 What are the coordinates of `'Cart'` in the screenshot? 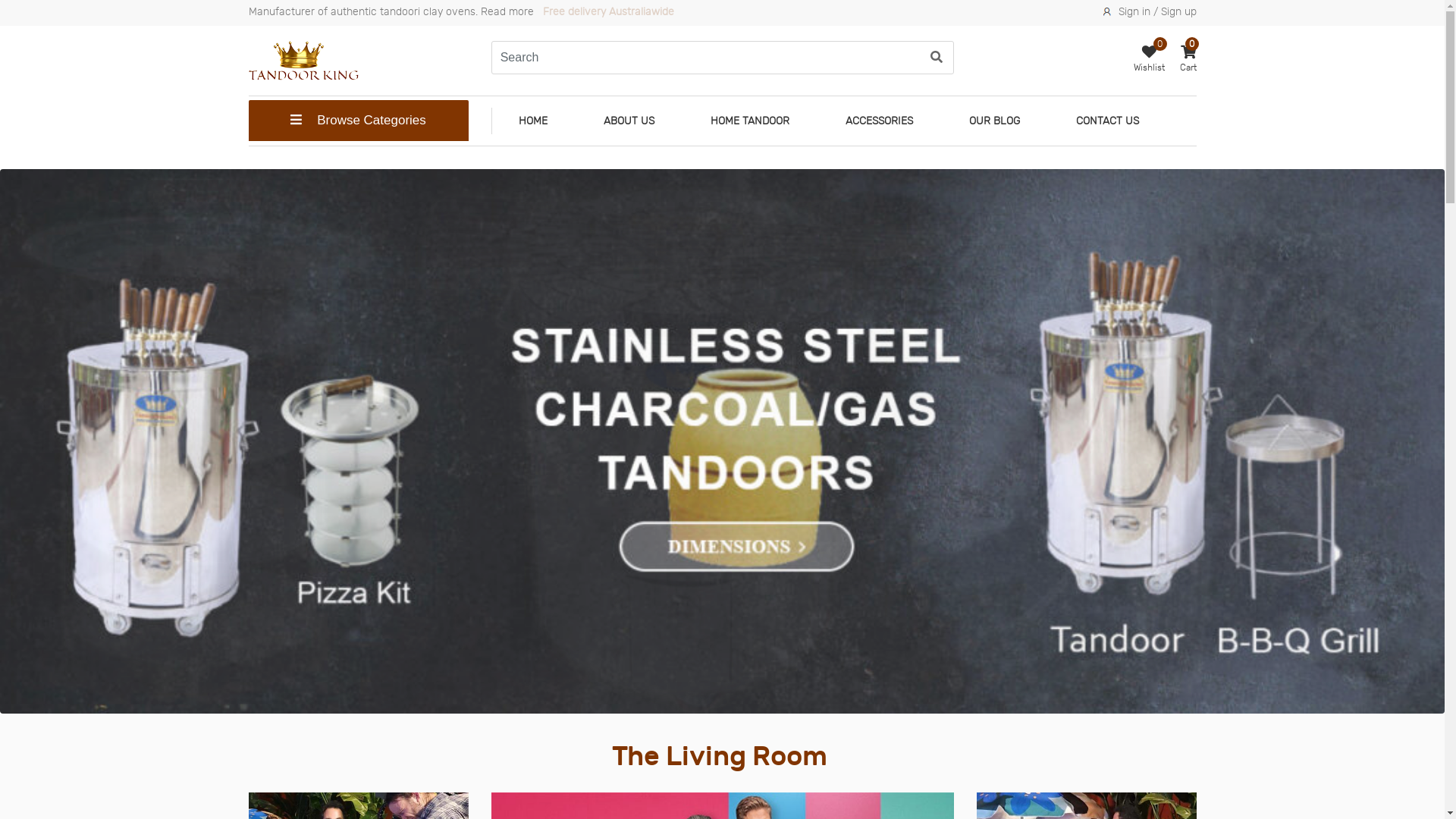 It's located at (1187, 60).